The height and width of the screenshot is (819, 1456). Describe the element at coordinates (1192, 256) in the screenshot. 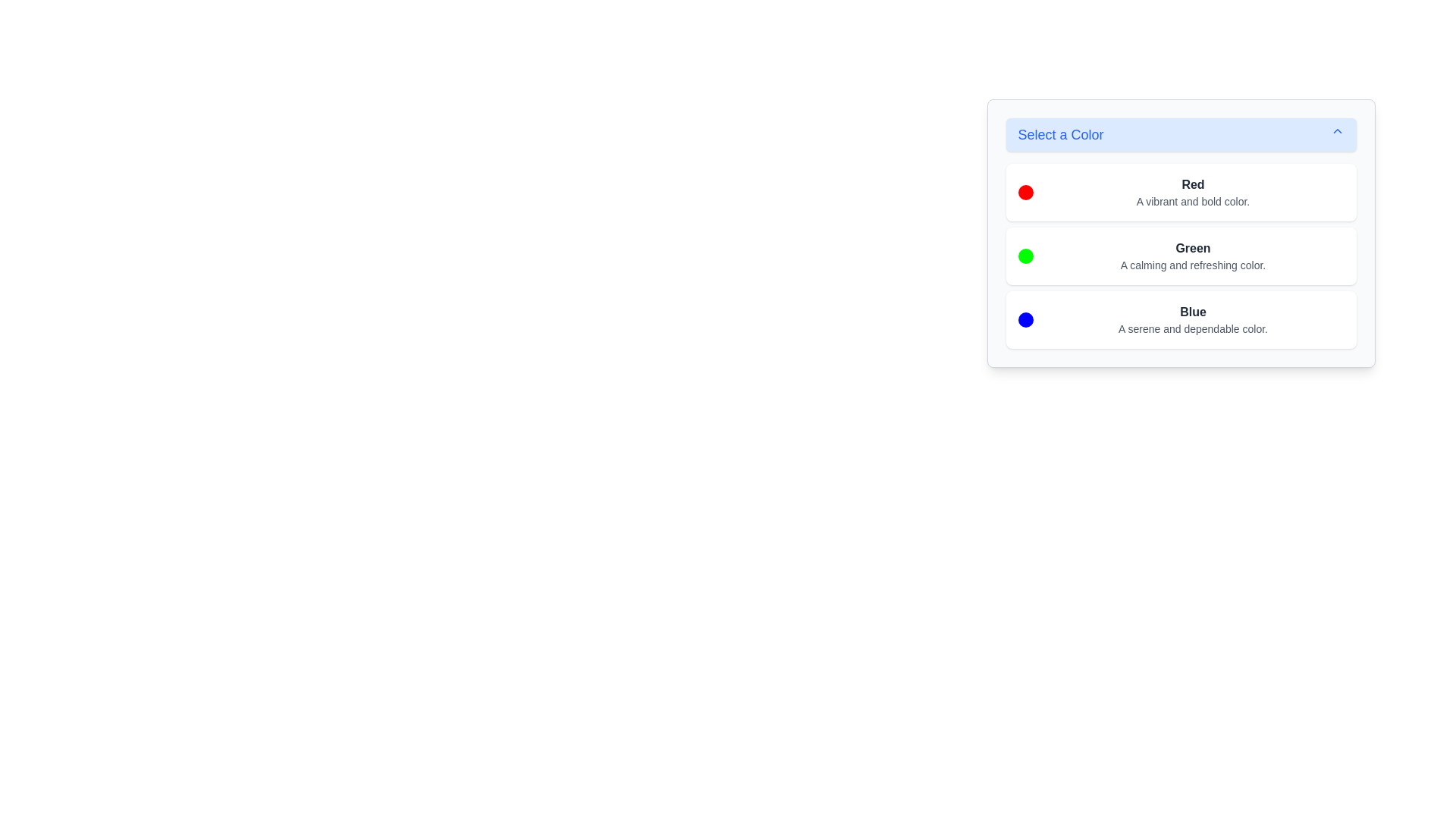

I see `the Text Block that provides information about the 'Green' color, located centrally within the second card of the color selection options` at that location.